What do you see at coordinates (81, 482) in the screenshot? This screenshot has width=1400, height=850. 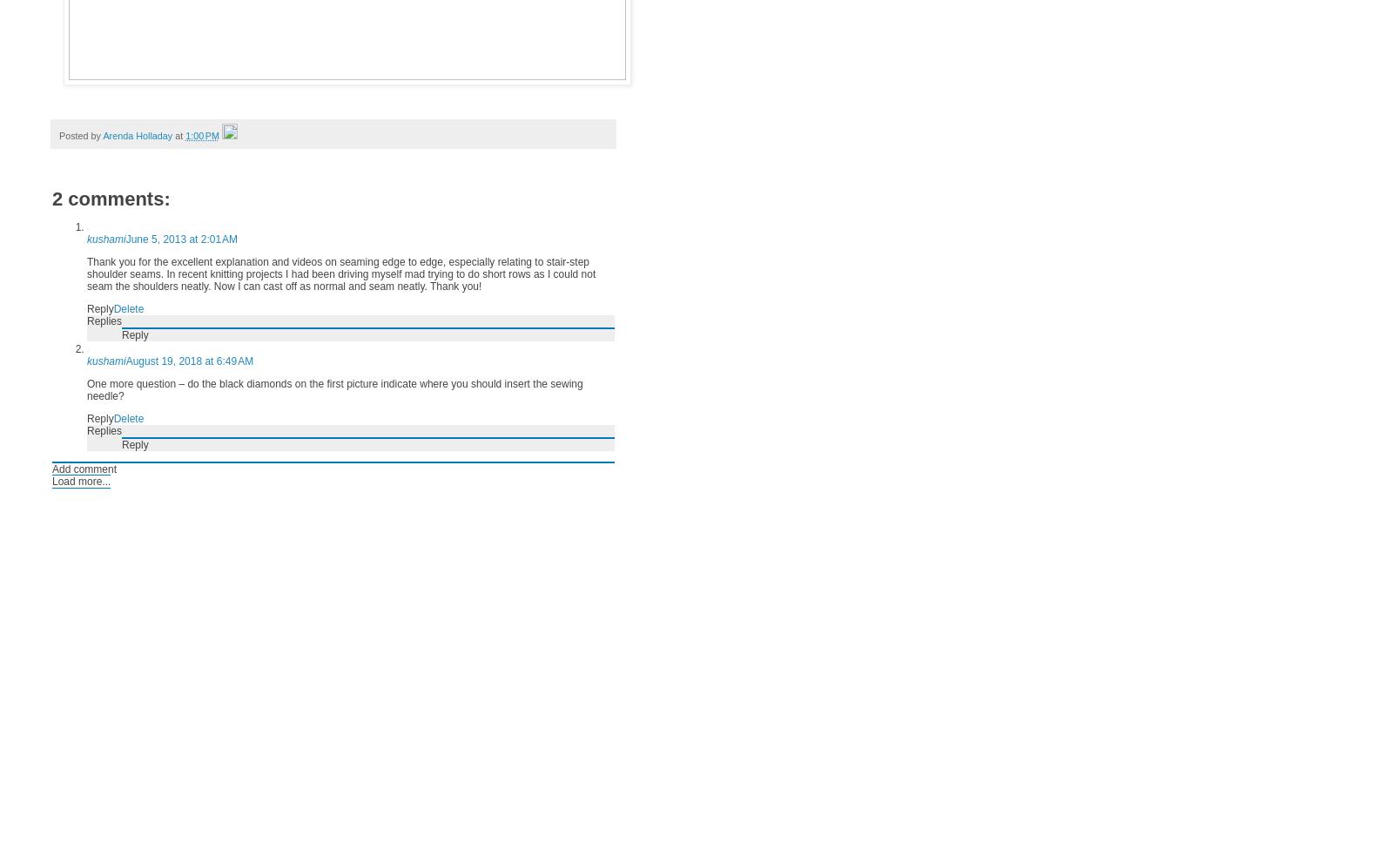 I see `'Load more...'` at bounding box center [81, 482].